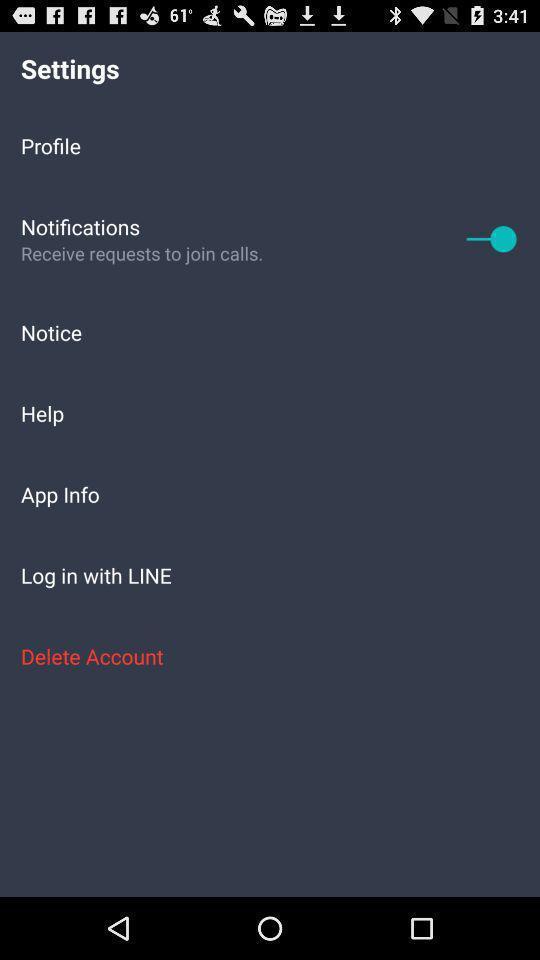 This screenshot has height=960, width=540. What do you see at coordinates (270, 655) in the screenshot?
I see `delete account icon` at bounding box center [270, 655].